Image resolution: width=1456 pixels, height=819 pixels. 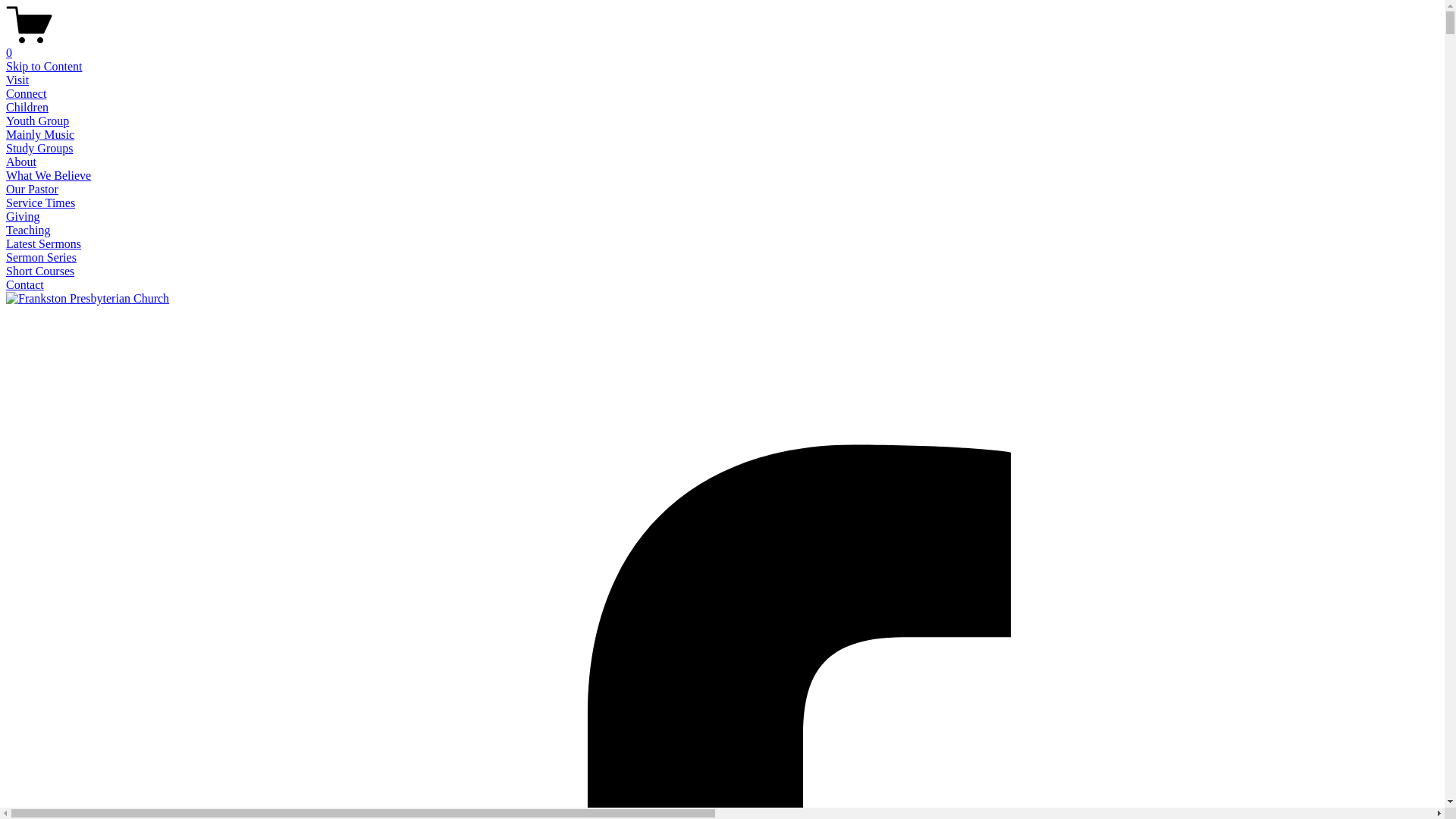 What do you see at coordinates (48, 174) in the screenshot?
I see `'What We Believe'` at bounding box center [48, 174].